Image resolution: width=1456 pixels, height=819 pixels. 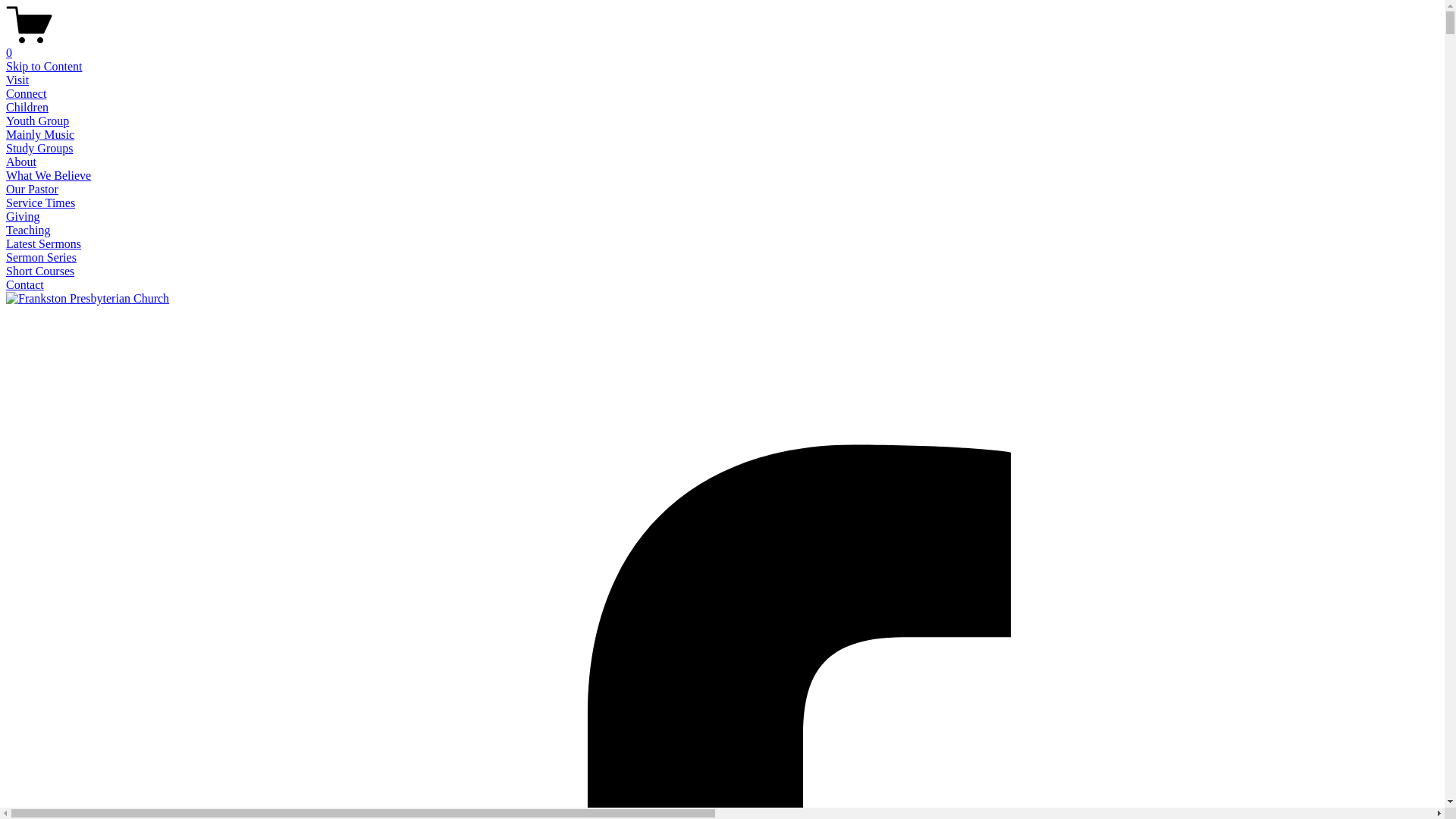 What do you see at coordinates (48, 174) in the screenshot?
I see `'What We Believe'` at bounding box center [48, 174].